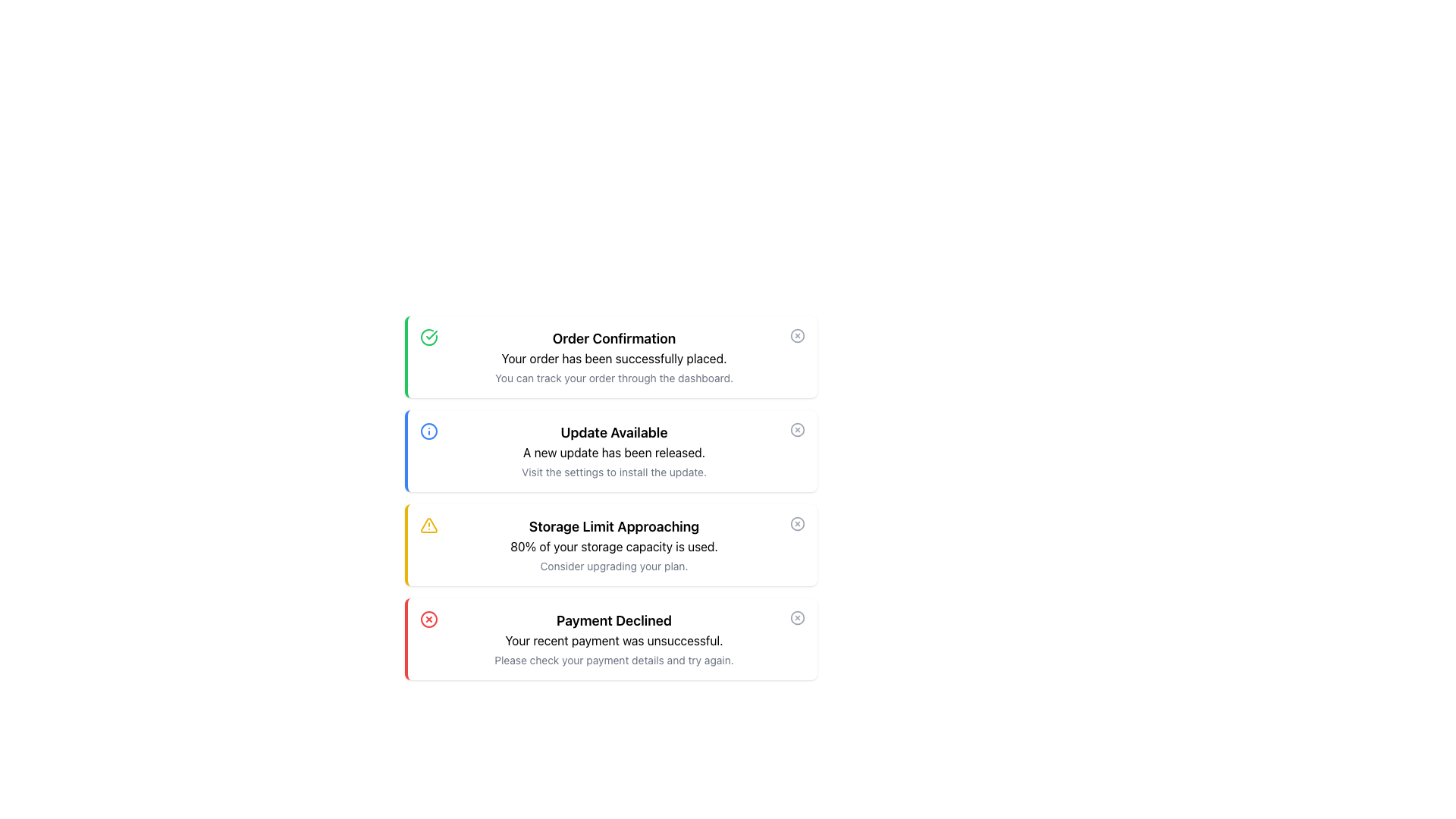 Image resolution: width=1456 pixels, height=819 pixels. I want to click on notification titled 'Storage Limit Approaching' which indicates that 80% of your storage capacity is used and suggests considering an upgrade to your plan, so click(614, 544).